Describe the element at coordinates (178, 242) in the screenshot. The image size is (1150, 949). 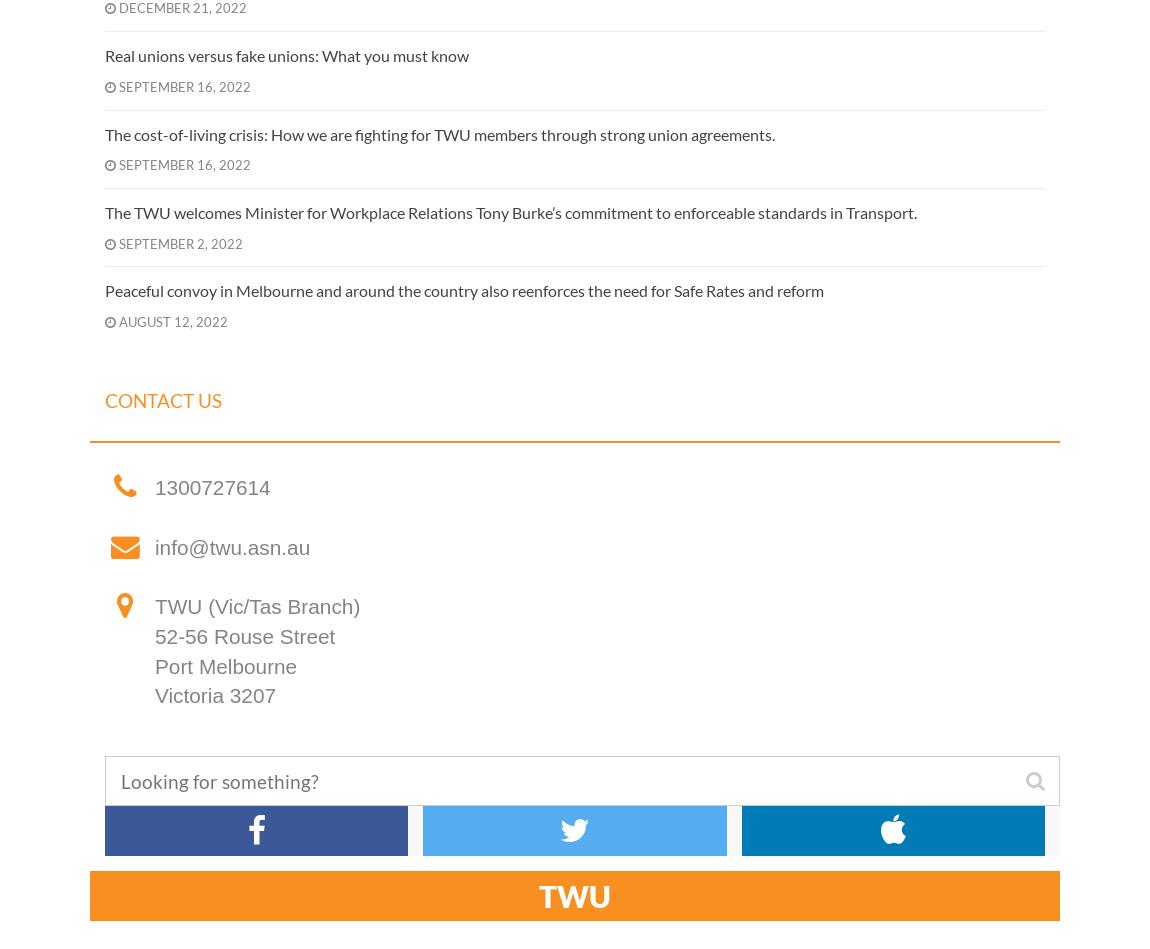
I see `'September 2, 2022'` at that location.